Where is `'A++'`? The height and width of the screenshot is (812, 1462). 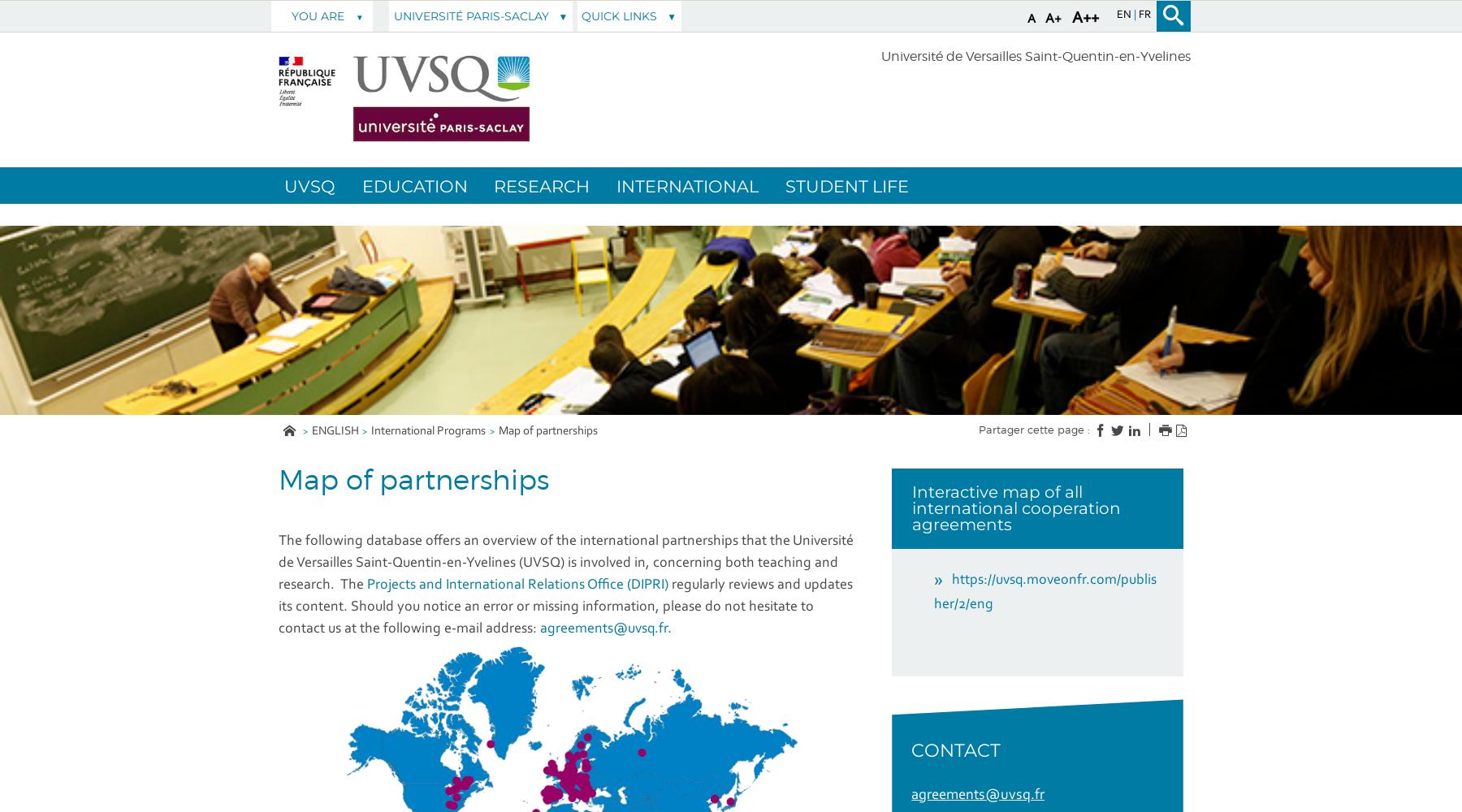
'A++' is located at coordinates (1084, 19).